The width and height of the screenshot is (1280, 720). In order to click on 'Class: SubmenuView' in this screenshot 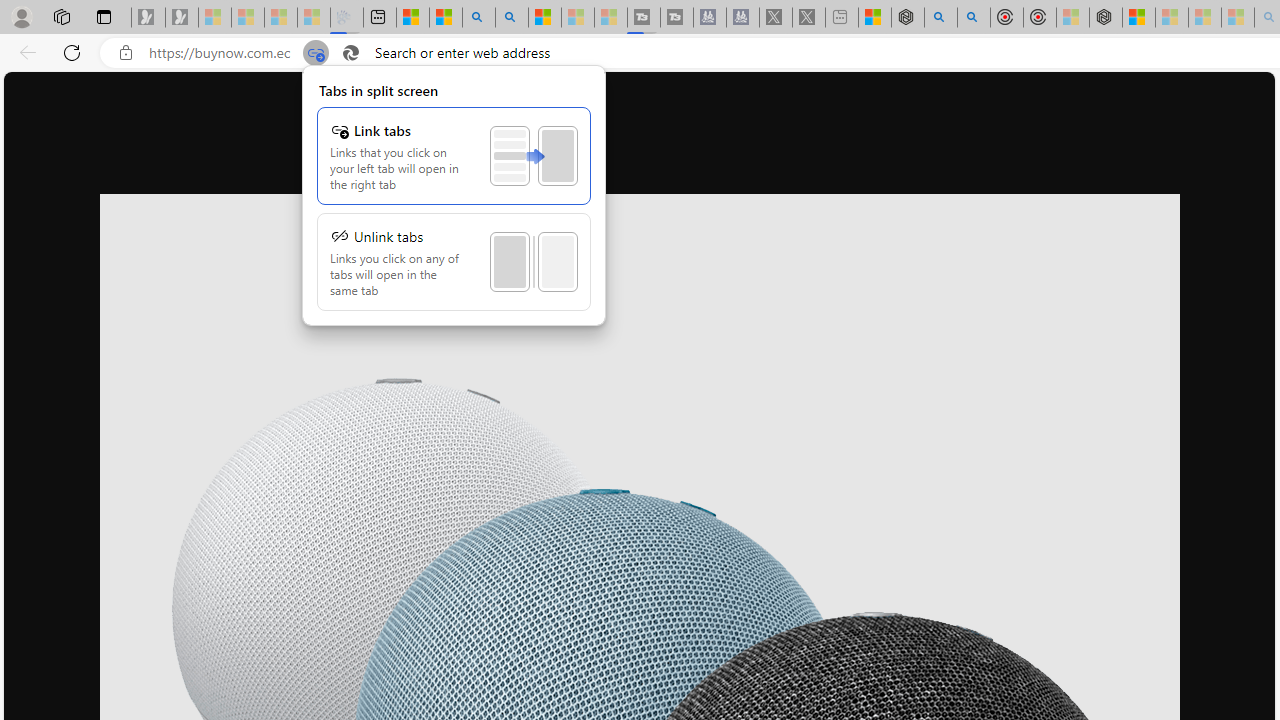, I will do `click(453, 195)`.